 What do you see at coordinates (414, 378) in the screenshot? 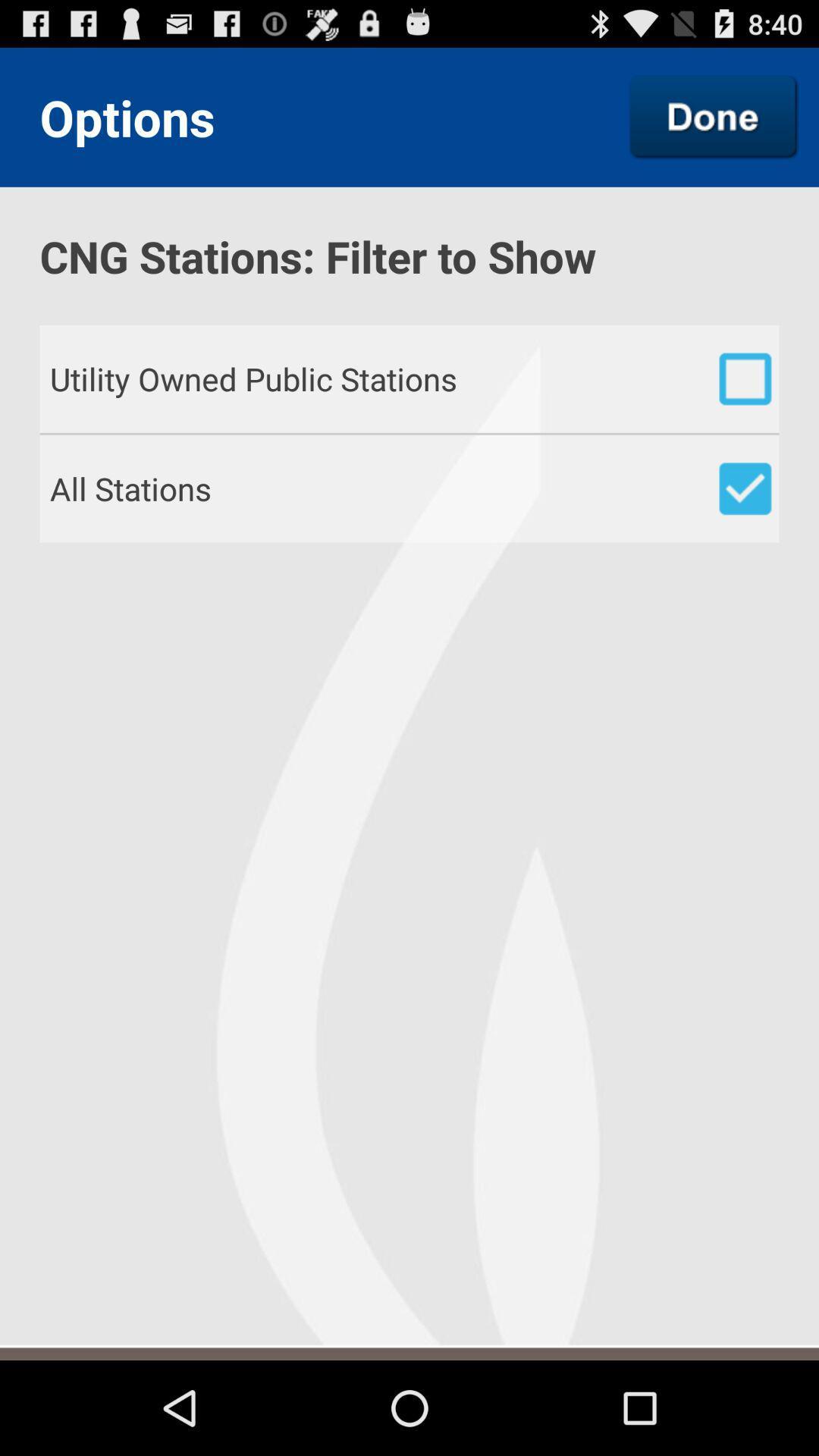
I see `the utility owned public app` at bounding box center [414, 378].